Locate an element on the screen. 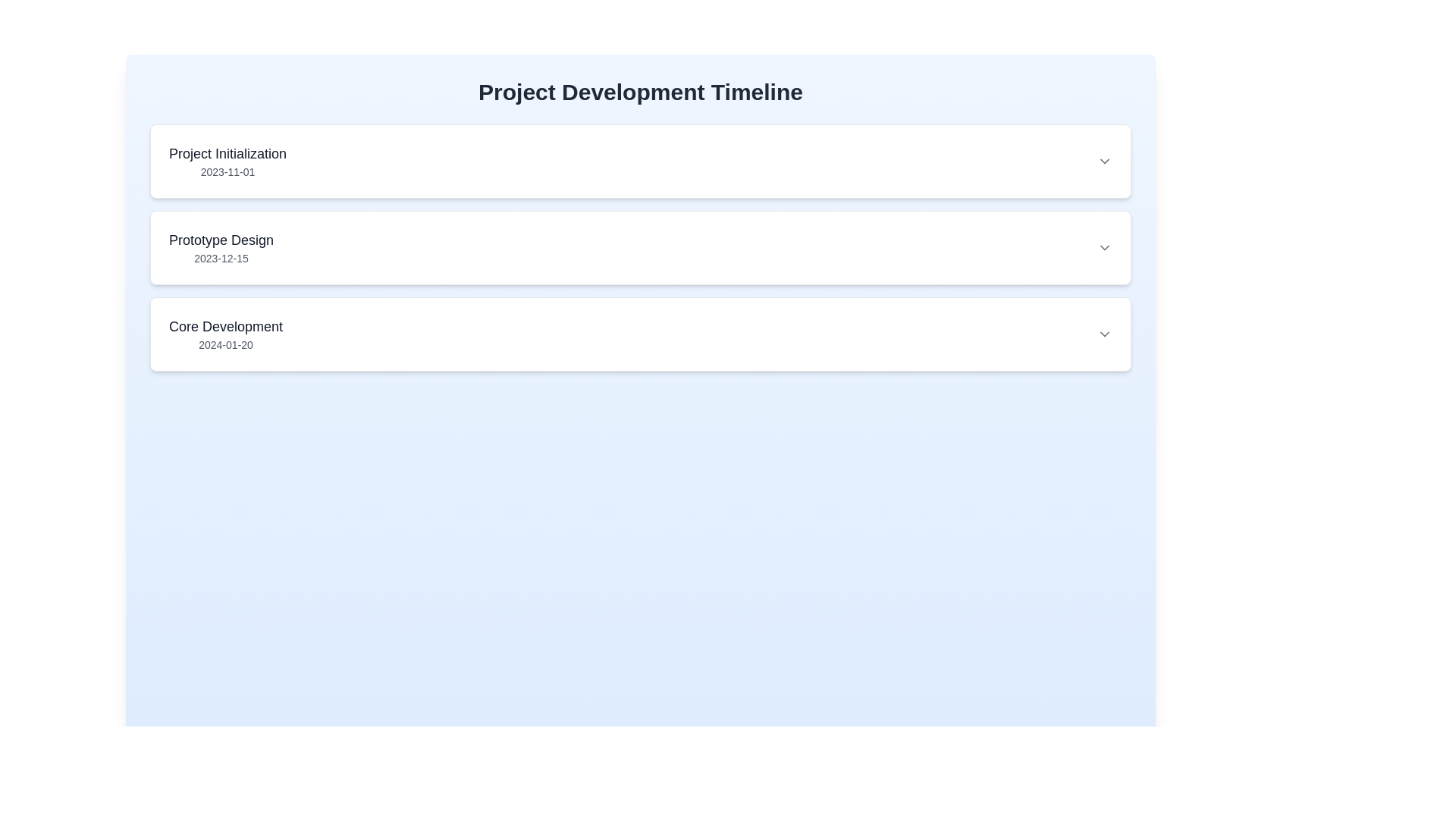 The image size is (1456, 819). the text element displaying 'Core Development' and the date '2024-01-20' is located at coordinates (224, 333).